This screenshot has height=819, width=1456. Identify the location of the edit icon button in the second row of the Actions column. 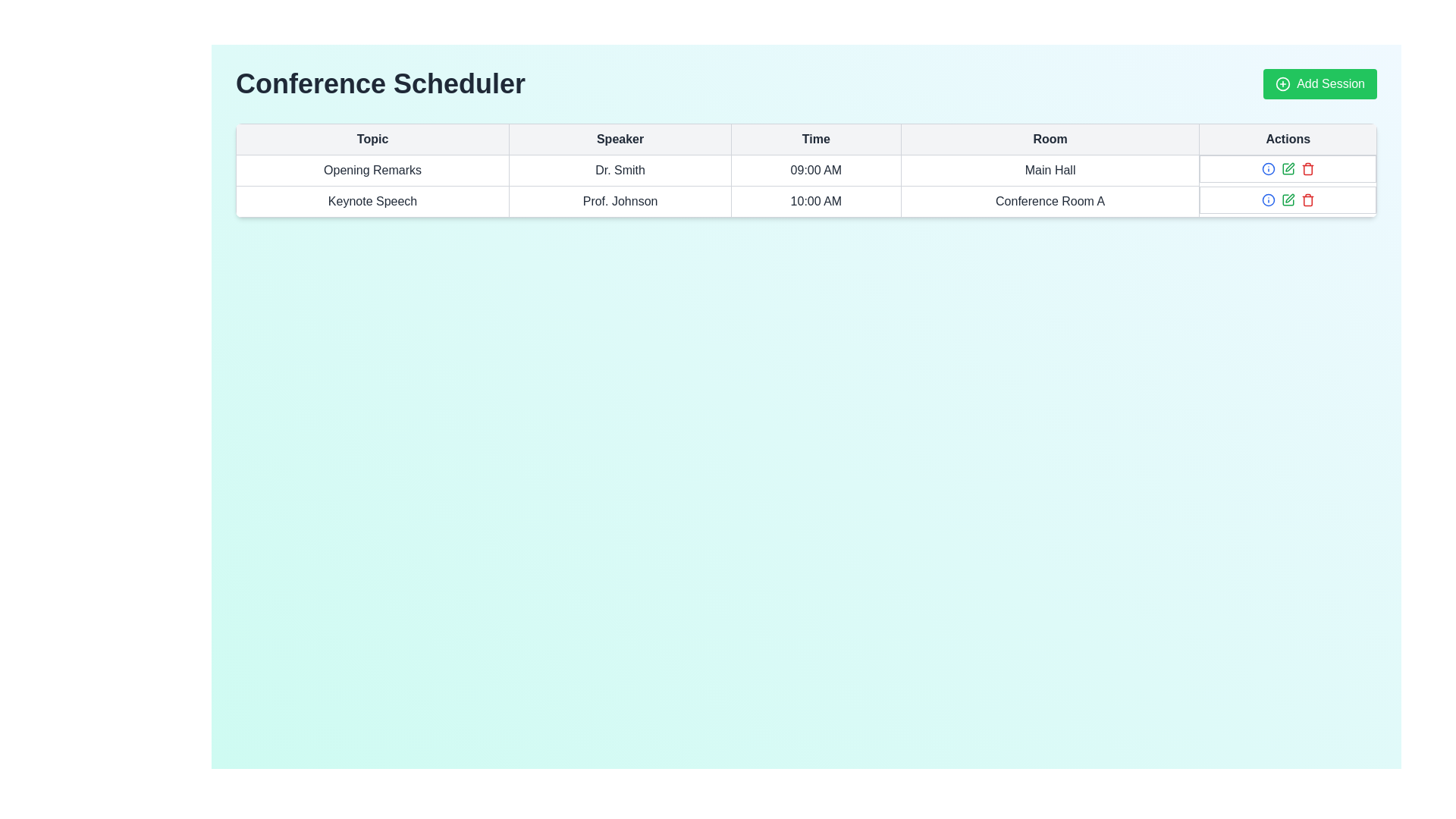
(1287, 169).